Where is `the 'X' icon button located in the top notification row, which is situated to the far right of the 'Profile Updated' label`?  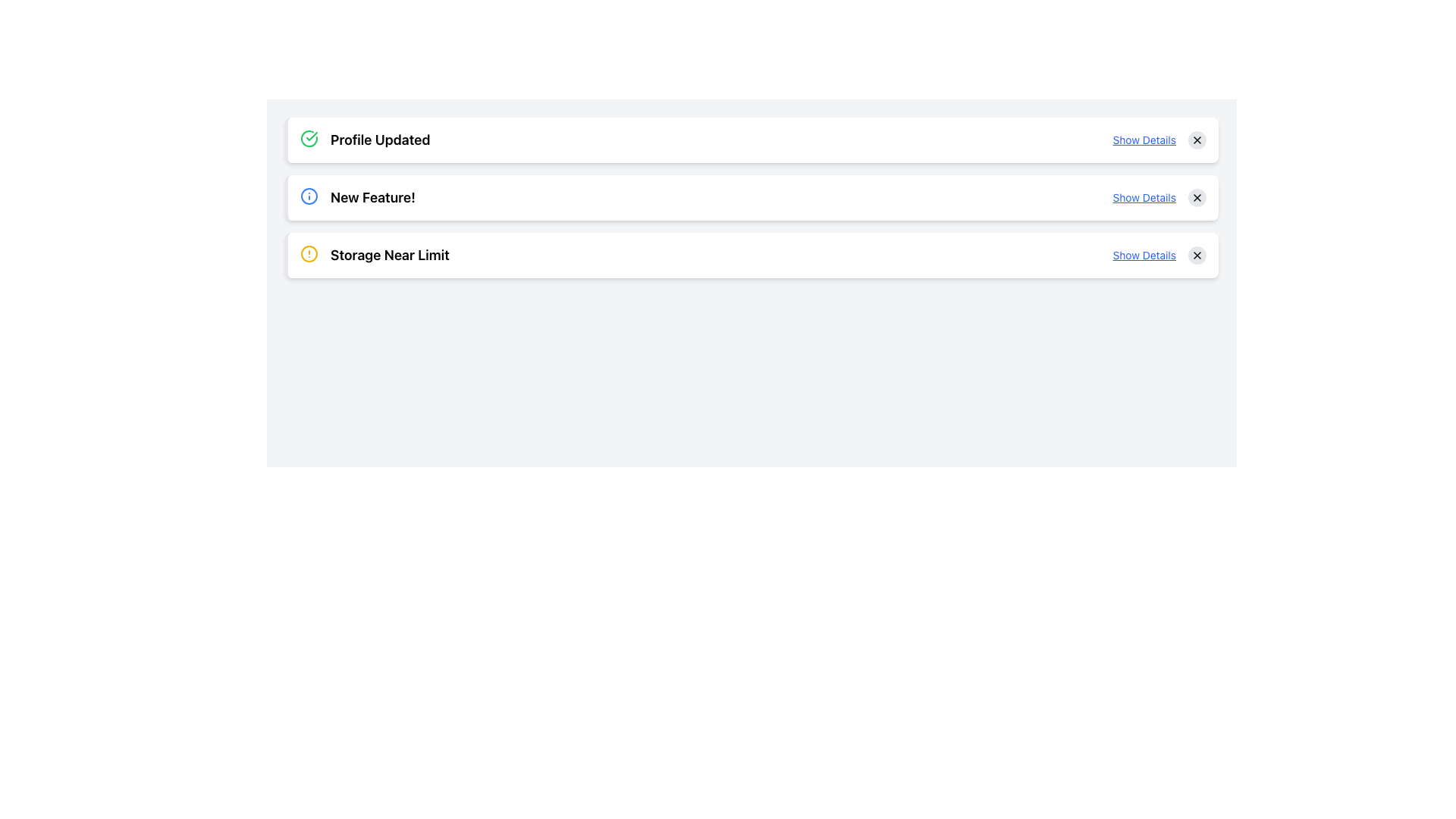
the 'X' icon button located in the top notification row, which is situated to the far right of the 'Profile Updated' label is located at coordinates (1197, 140).